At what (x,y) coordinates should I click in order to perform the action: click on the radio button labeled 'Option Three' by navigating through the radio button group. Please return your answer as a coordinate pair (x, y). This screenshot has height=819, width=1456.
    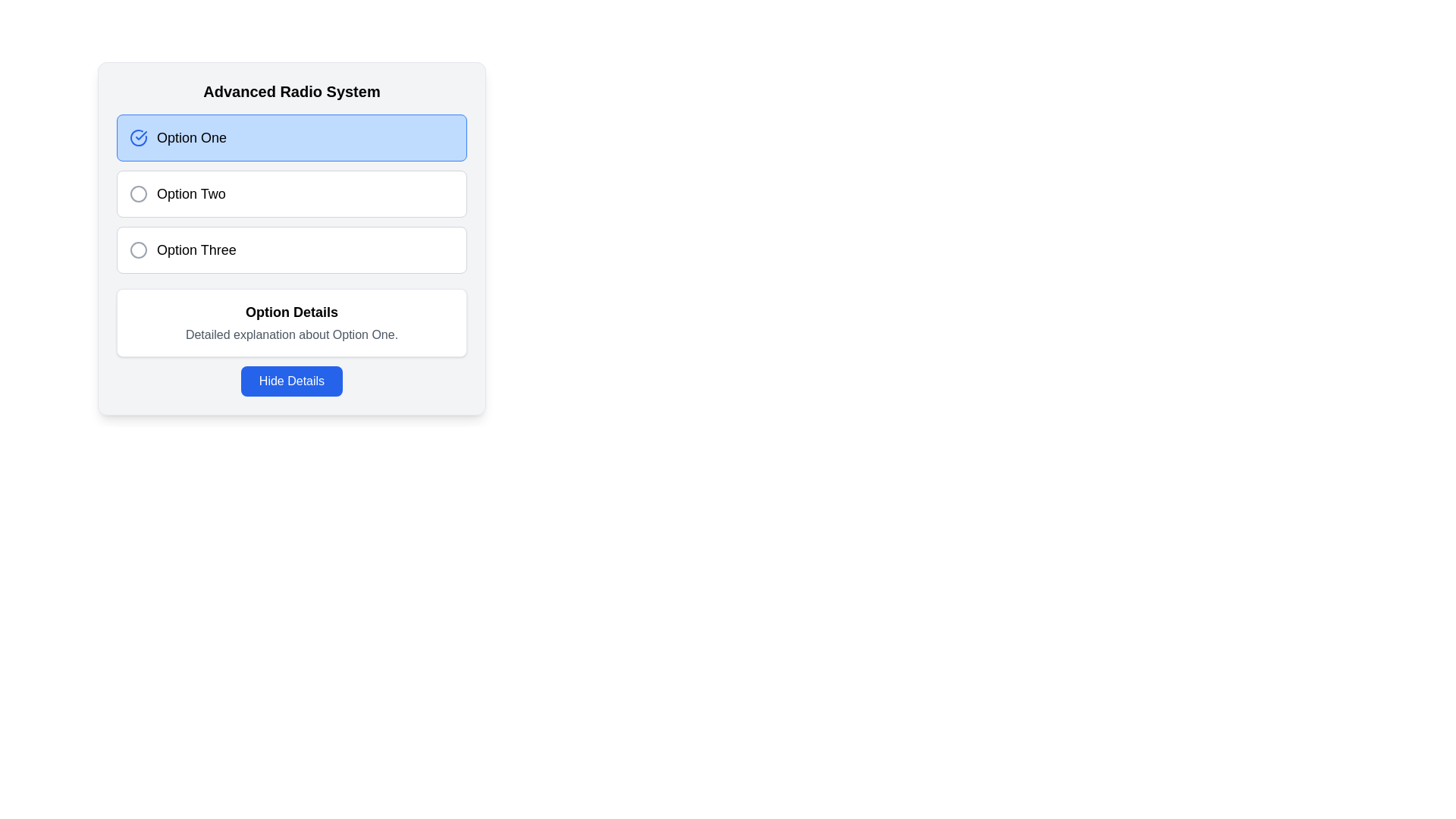
    Looking at the image, I should click on (291, 249).